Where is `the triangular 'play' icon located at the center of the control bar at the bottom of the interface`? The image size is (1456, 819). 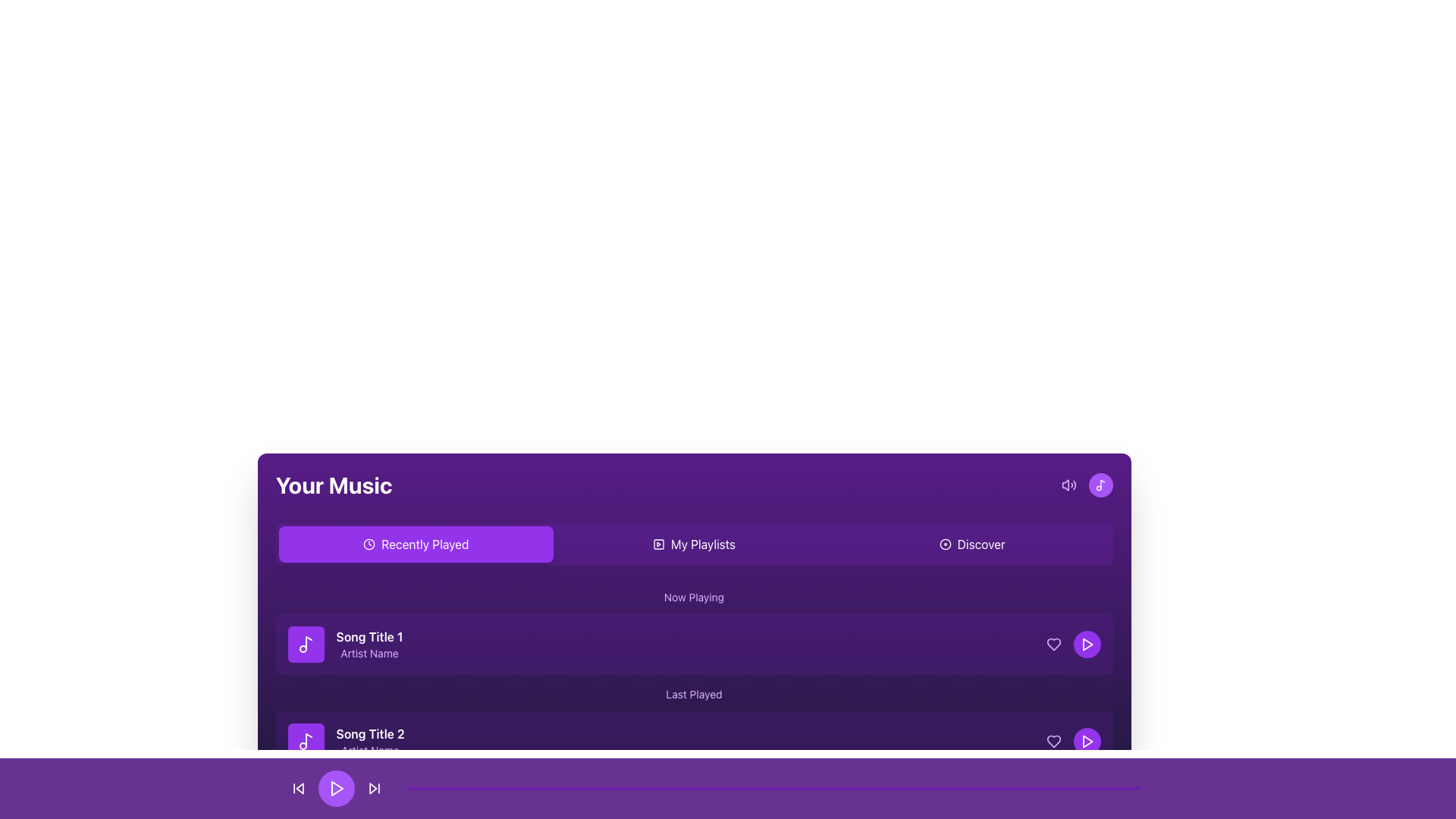
the triangular 'play' icon located at the center of the control bar at the bottom of the interface is located at coordinates (373, 788).